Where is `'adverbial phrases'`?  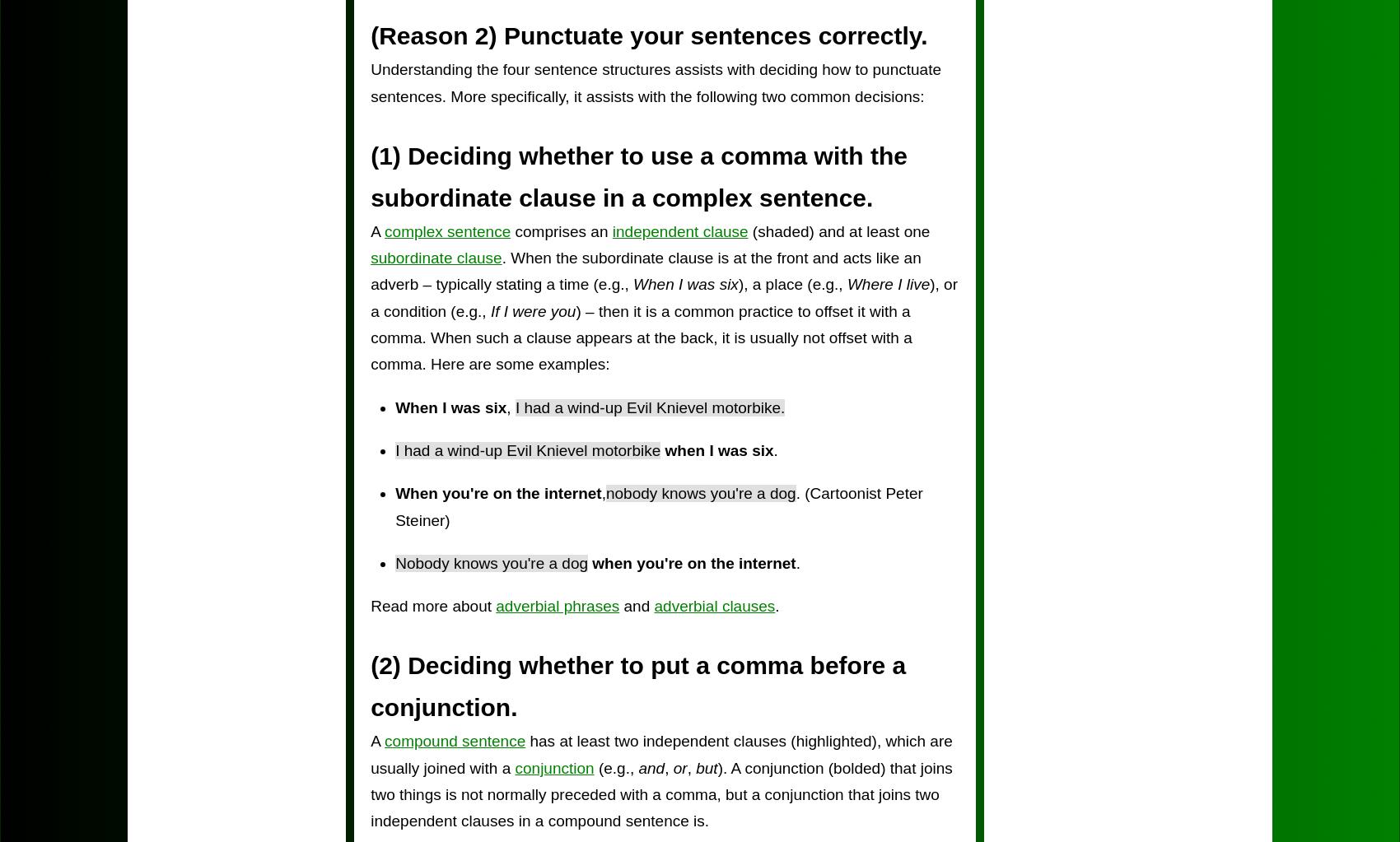
'adverbial phrases' is located at coordinates (557, 606).